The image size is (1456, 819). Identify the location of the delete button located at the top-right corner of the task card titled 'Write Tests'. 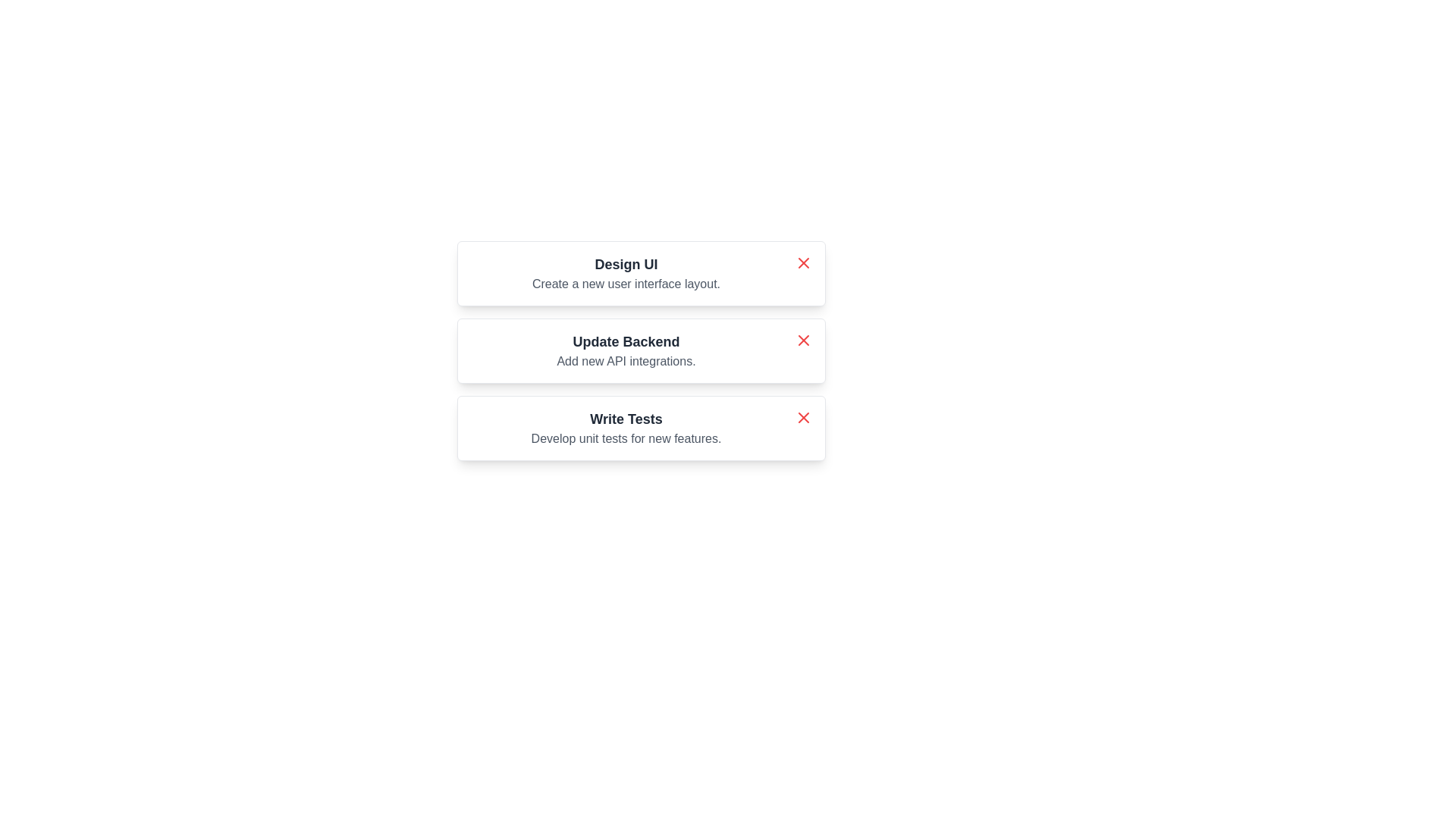
(803, 418).